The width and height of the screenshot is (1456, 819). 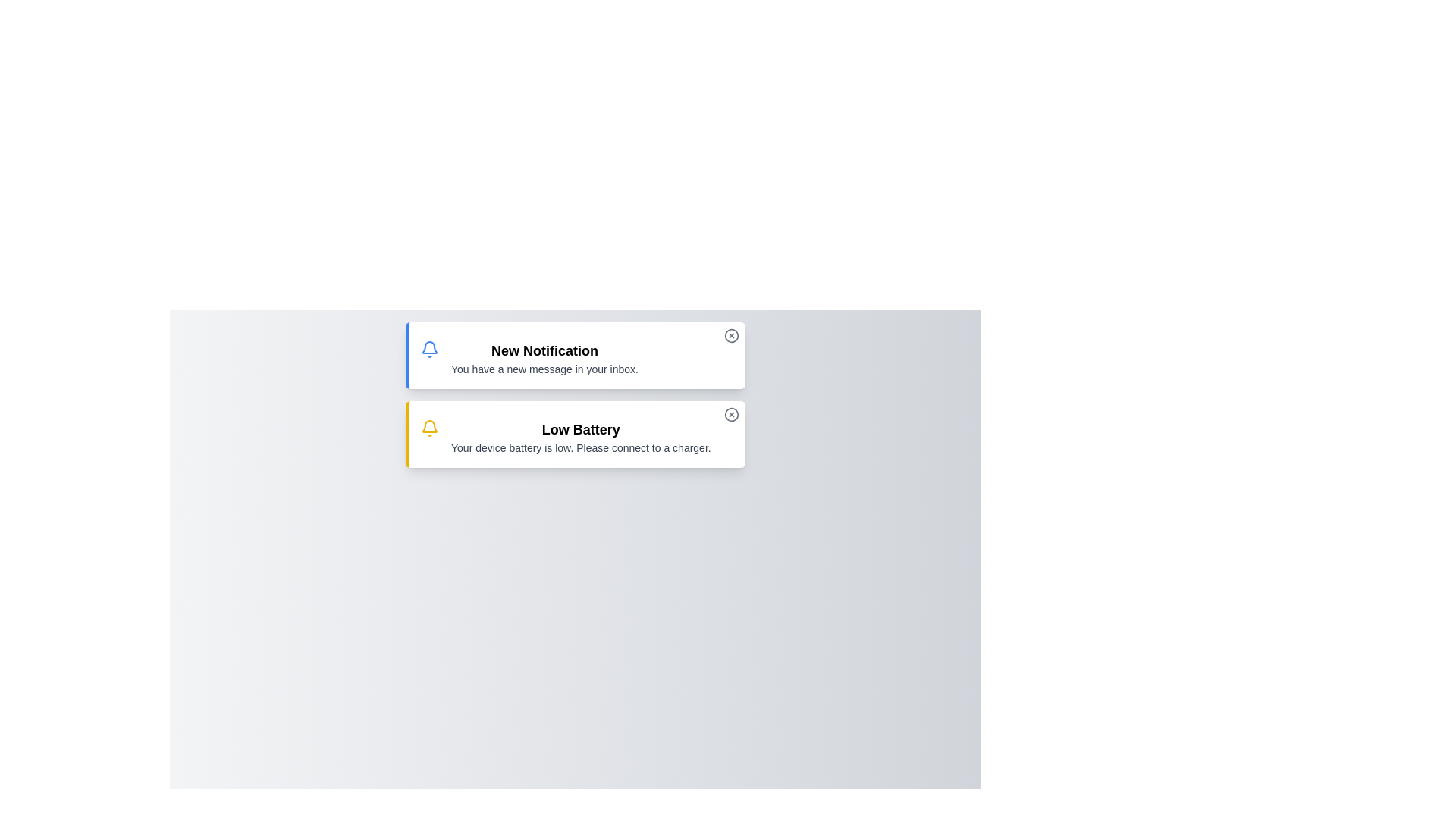 What do you see at coordinates (574, 356) in the screenshot?
I see `the center of the alert body to simulate interaction` at bounding box center [574, 356].